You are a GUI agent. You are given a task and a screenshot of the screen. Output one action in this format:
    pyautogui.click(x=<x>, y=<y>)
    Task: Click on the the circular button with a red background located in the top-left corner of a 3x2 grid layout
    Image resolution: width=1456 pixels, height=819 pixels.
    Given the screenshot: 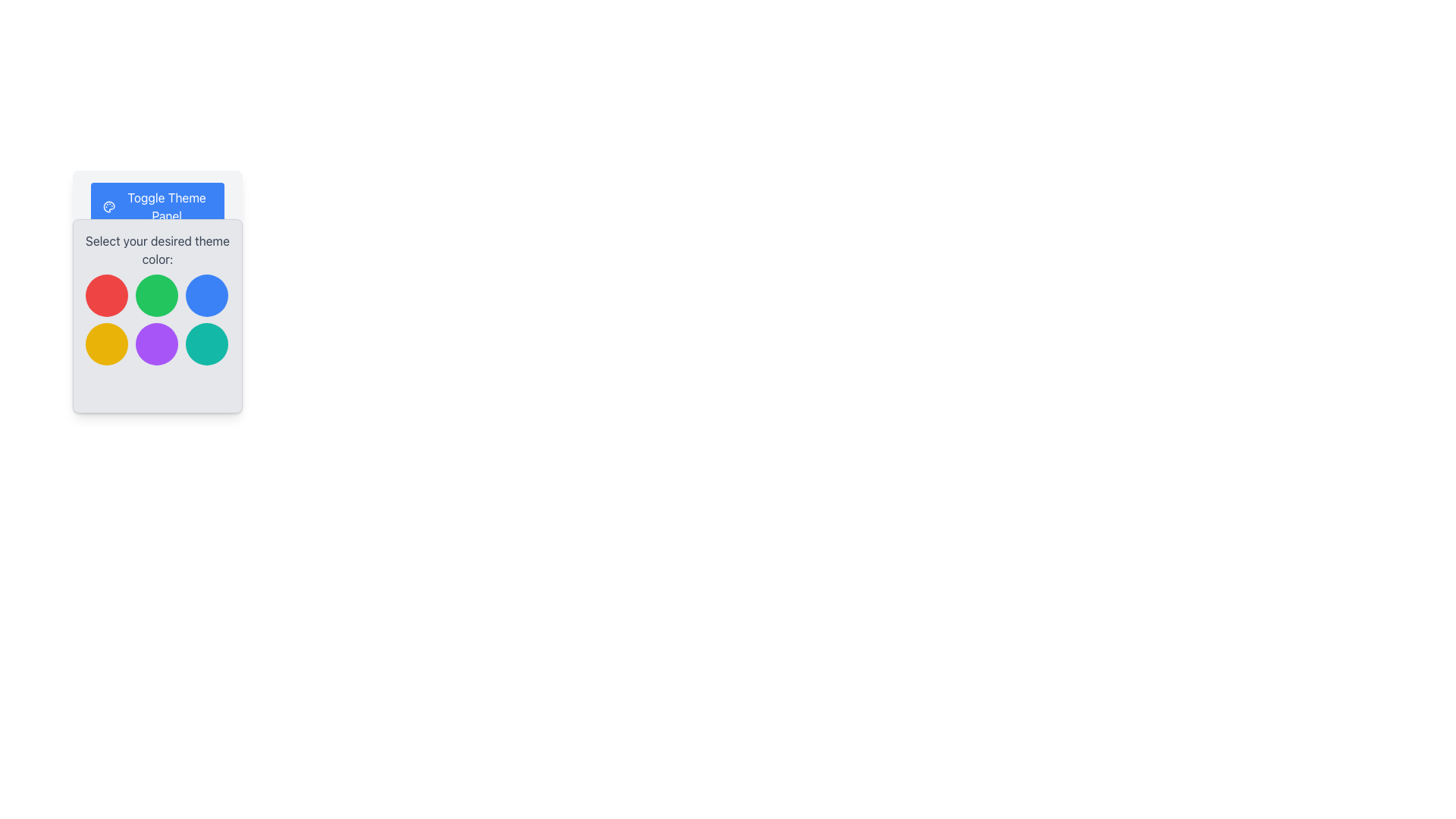 What is the action you would take?
    pyautogui.click(x=105, y=295)
    